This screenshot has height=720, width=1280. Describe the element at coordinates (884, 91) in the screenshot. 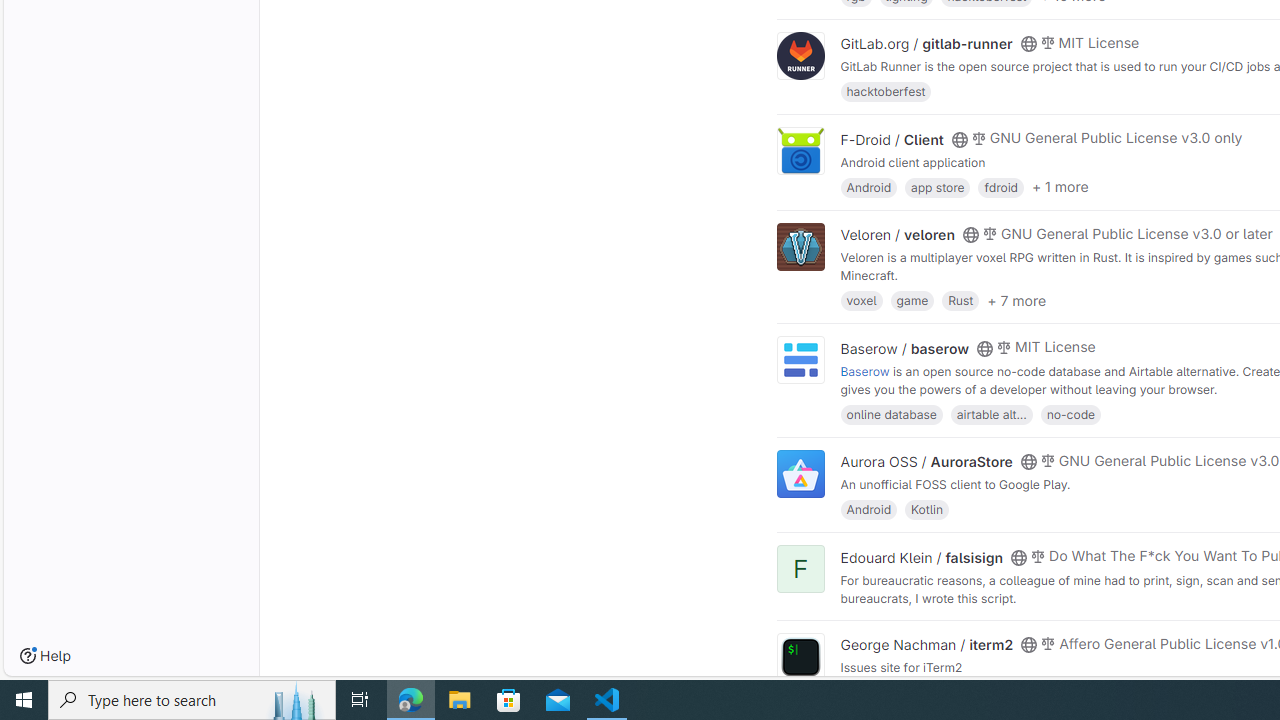

I see `'hacktoberfest'` at that location.